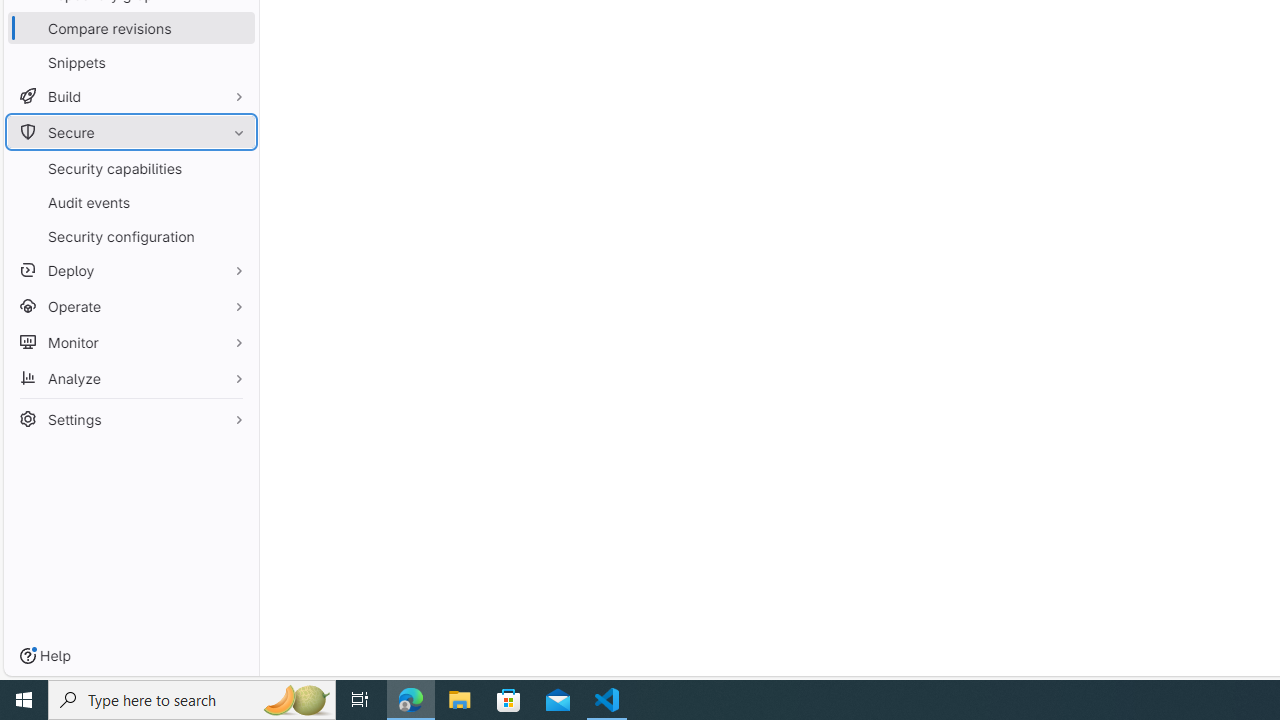 The width and height of the screenshot is (1280, 720). Describe the element at coordinates (130, 28) in the screenshot. I see `'Compare revisions'` at that location.